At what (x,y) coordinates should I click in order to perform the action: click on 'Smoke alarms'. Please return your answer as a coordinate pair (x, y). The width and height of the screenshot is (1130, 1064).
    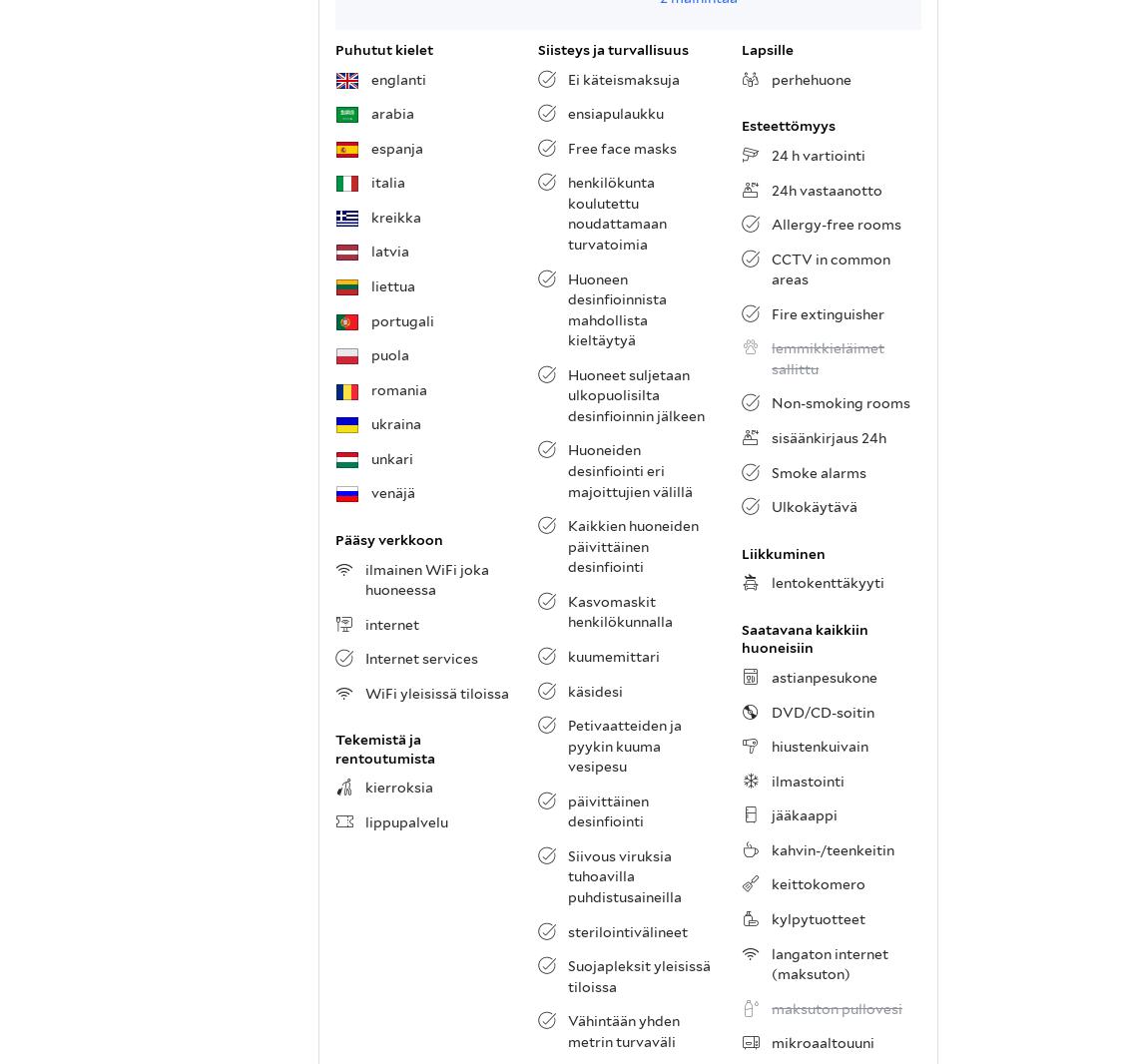
    Looking at the image, I should click on (771, 471).